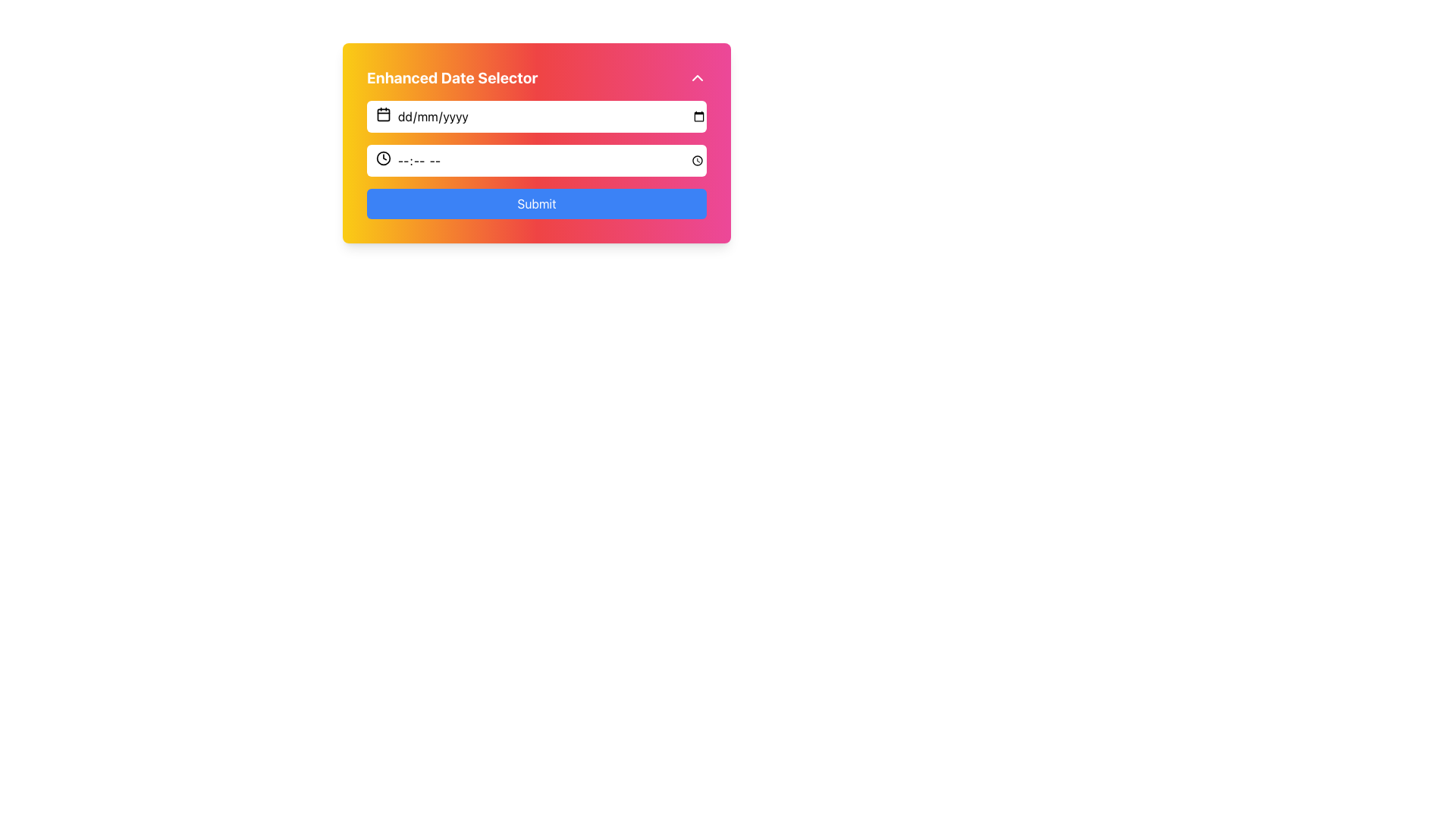 The height and width of the screenshot is (819, 1456). Describe the element at coordinates (697, 78) in the screenshot. I see `the upward-pointing triangular arrow icon located at the top-right corner of the 'Enhanced Date Selector' card` at that location.